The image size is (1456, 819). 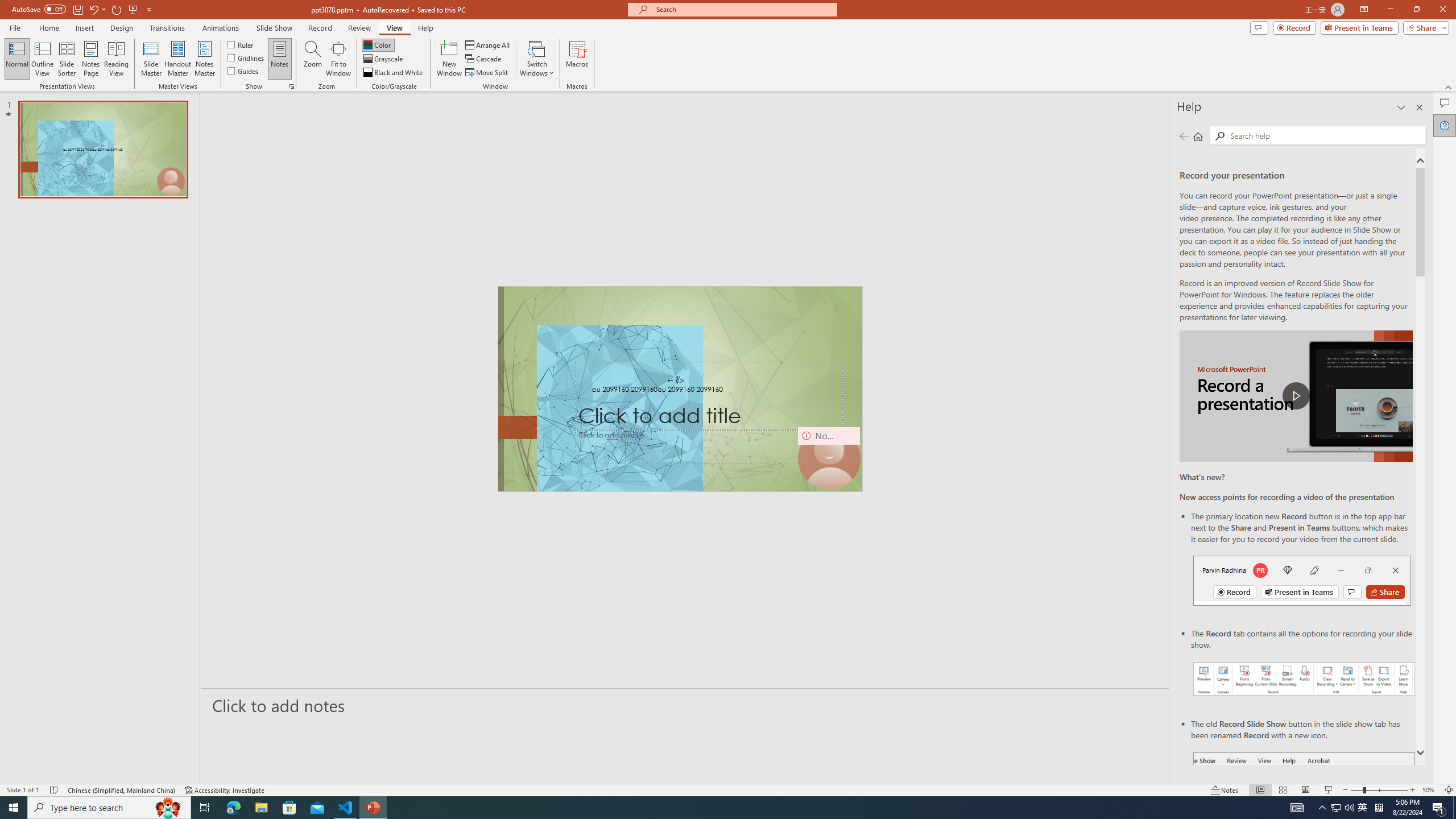 I want to click on 'Black and White', so click(x=394, y=72).